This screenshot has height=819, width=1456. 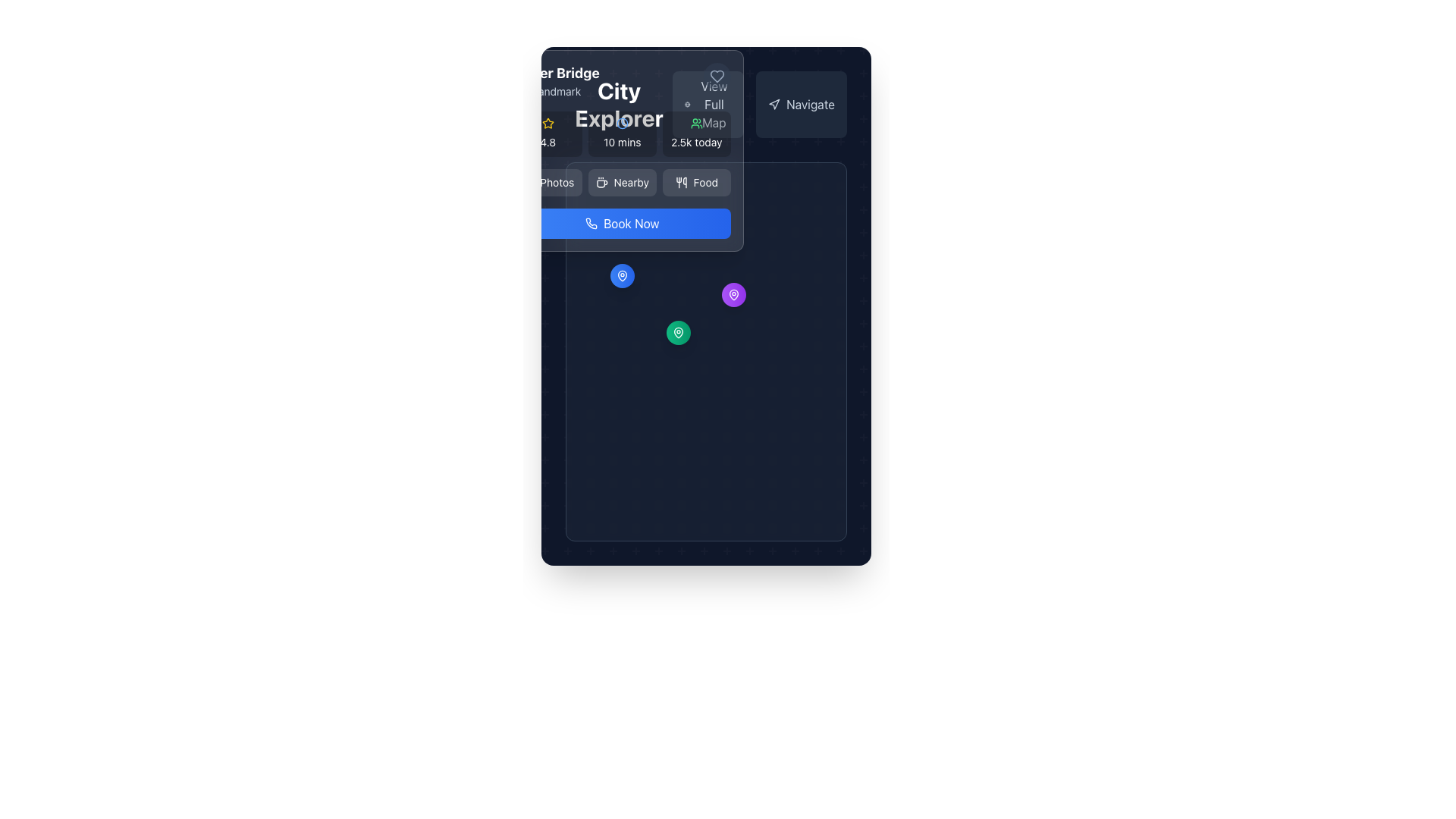 What do you see at coordinates (708, 104) in the screenshot?
I see `the button located in the top-right section of the interface, which is part of a horizontal group of buttons and positioned to the left of the 'Navigate' button` at bounding box center [708, 104].